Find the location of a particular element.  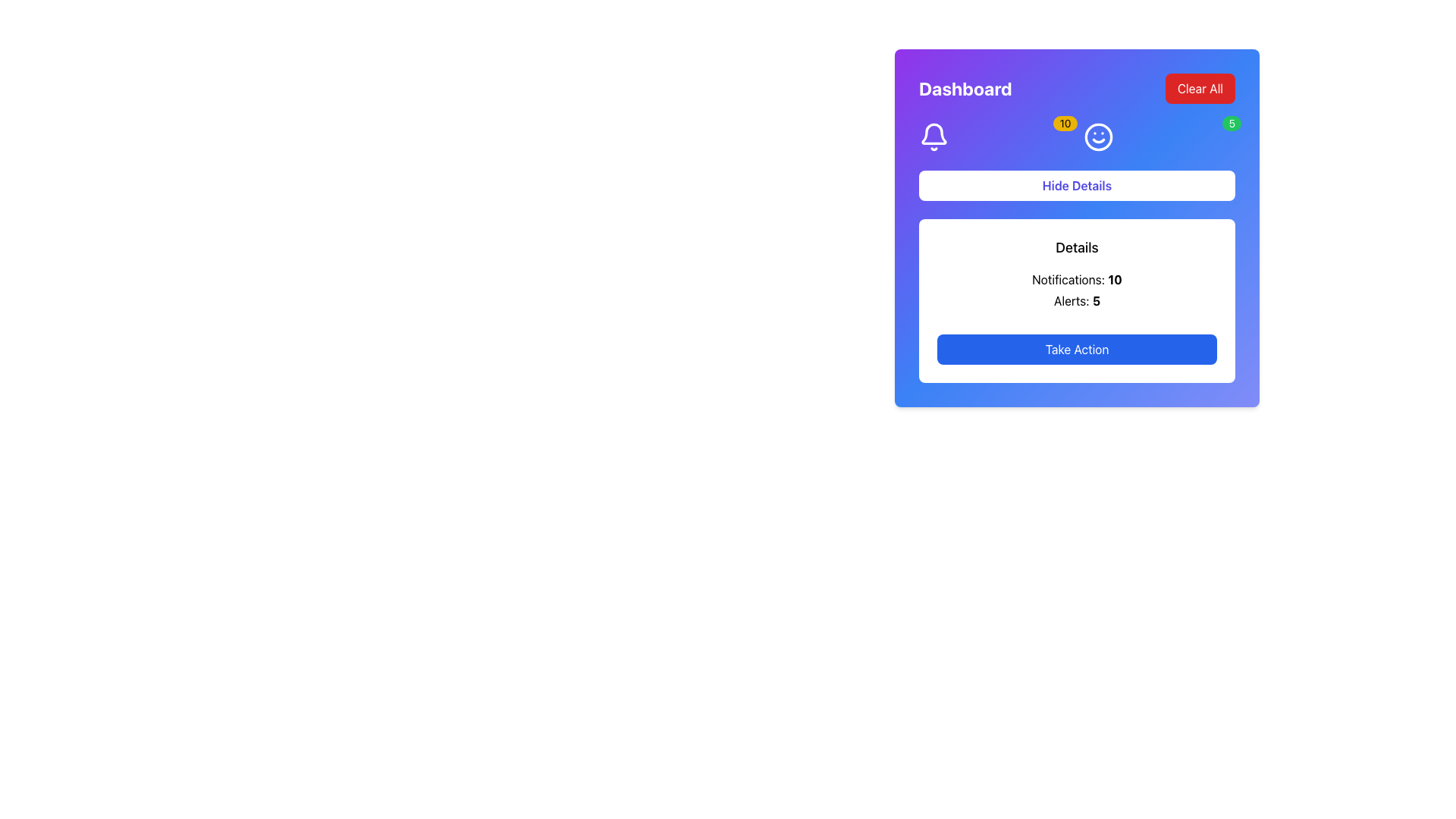

the rectangular 'Hide Details' button with rounded corners, which is located below the 'Clear All' button and above the 'Details' section in the dashboard interface is located at coordinates (1076, 185).